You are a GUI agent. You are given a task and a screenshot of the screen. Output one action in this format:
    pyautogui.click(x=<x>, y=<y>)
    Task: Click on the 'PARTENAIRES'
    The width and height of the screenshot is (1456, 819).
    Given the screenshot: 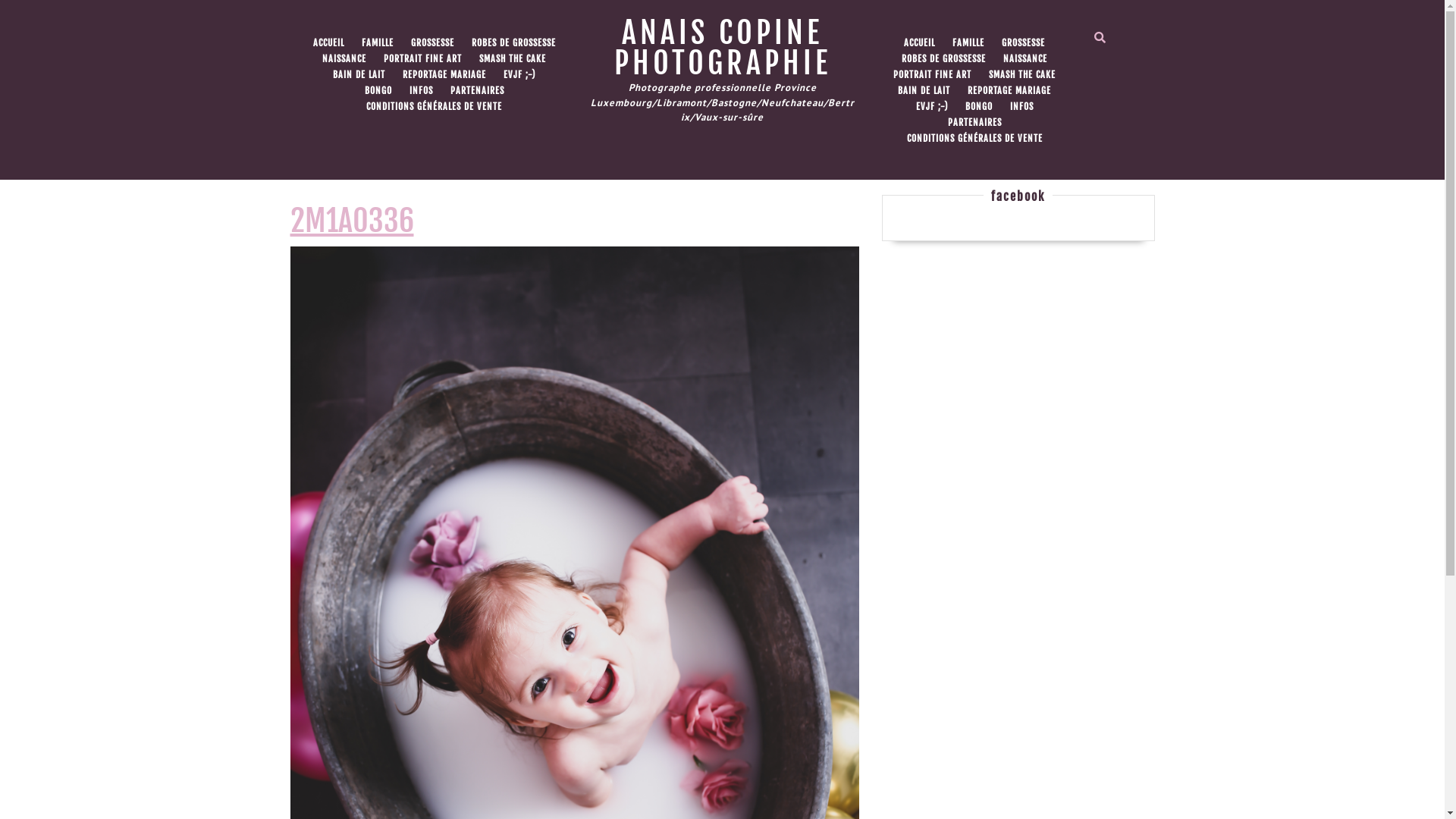 What is the action you would take?
    pyautogui.click(x=442, y=90)
    